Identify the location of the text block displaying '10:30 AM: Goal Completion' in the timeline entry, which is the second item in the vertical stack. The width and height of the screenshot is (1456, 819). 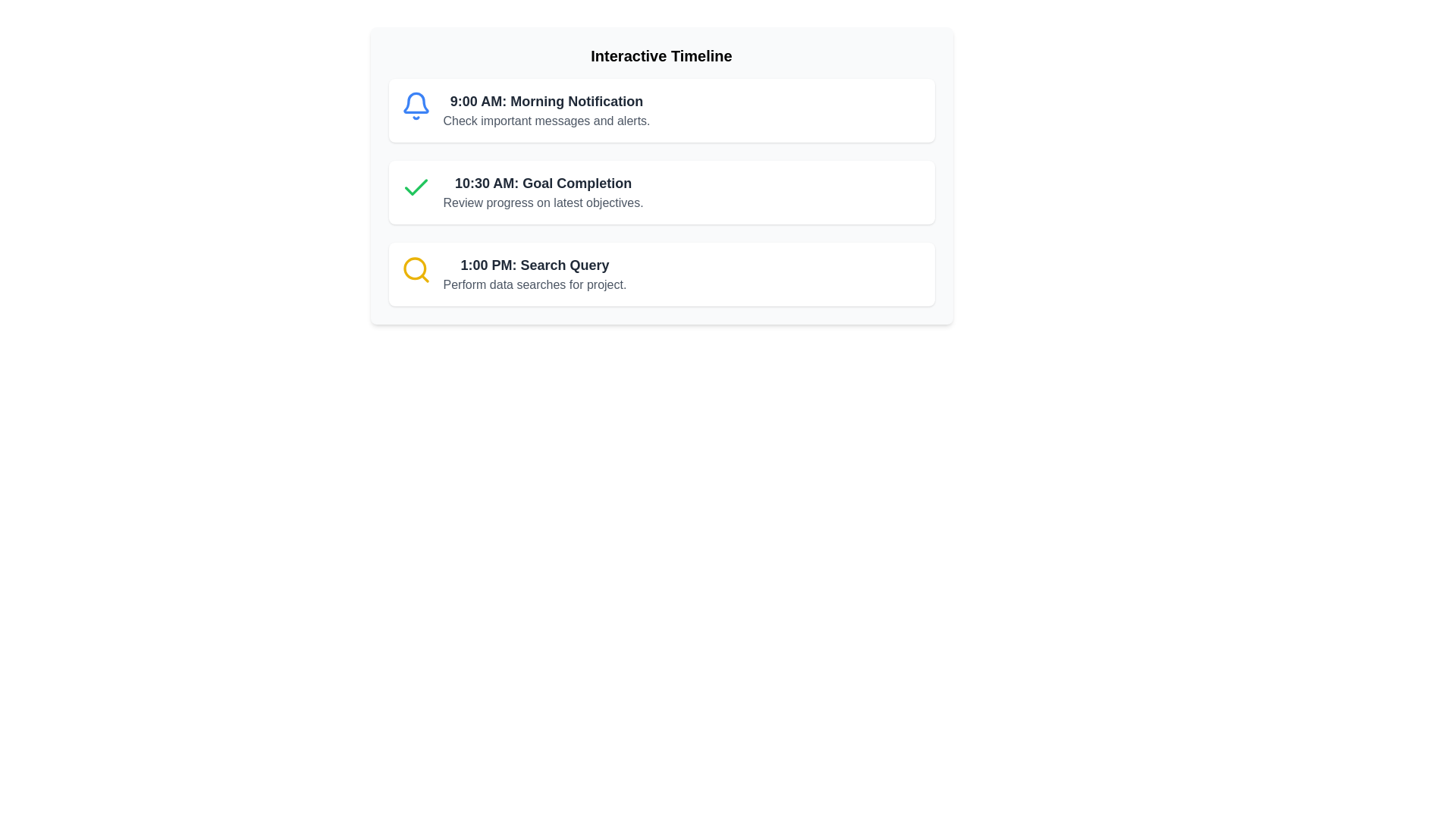
(543, 192).